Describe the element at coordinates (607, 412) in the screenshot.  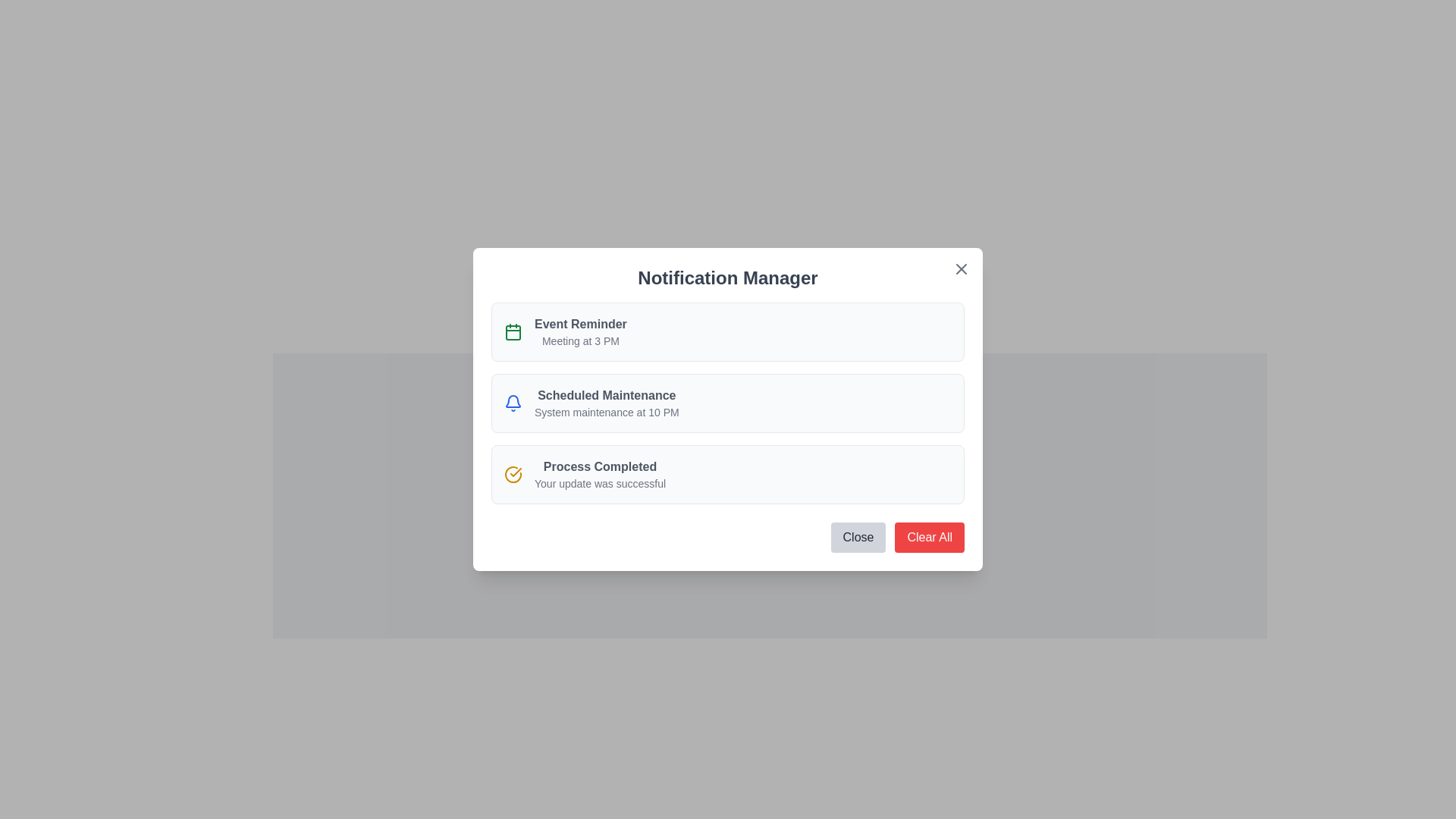
I see `the text label providing details for the 'Scheduled Maintenance' notification, which is located below the main heading within the Notification Manager panel` at that location.